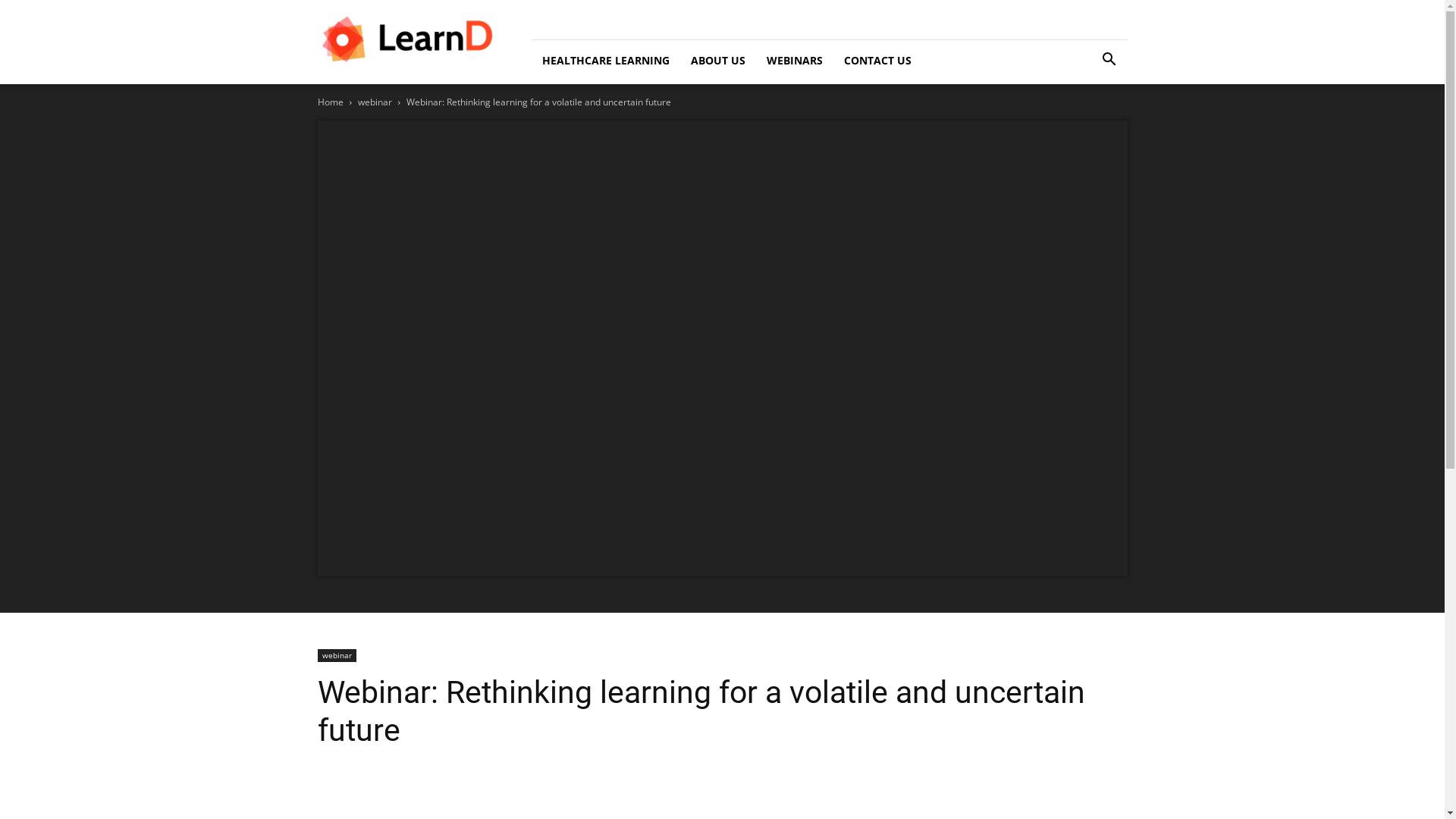 The image size is (1456, 819). Describe the element at coordinates (832, 59) in the screenshot. I see `'CONTACT US'` at that location.